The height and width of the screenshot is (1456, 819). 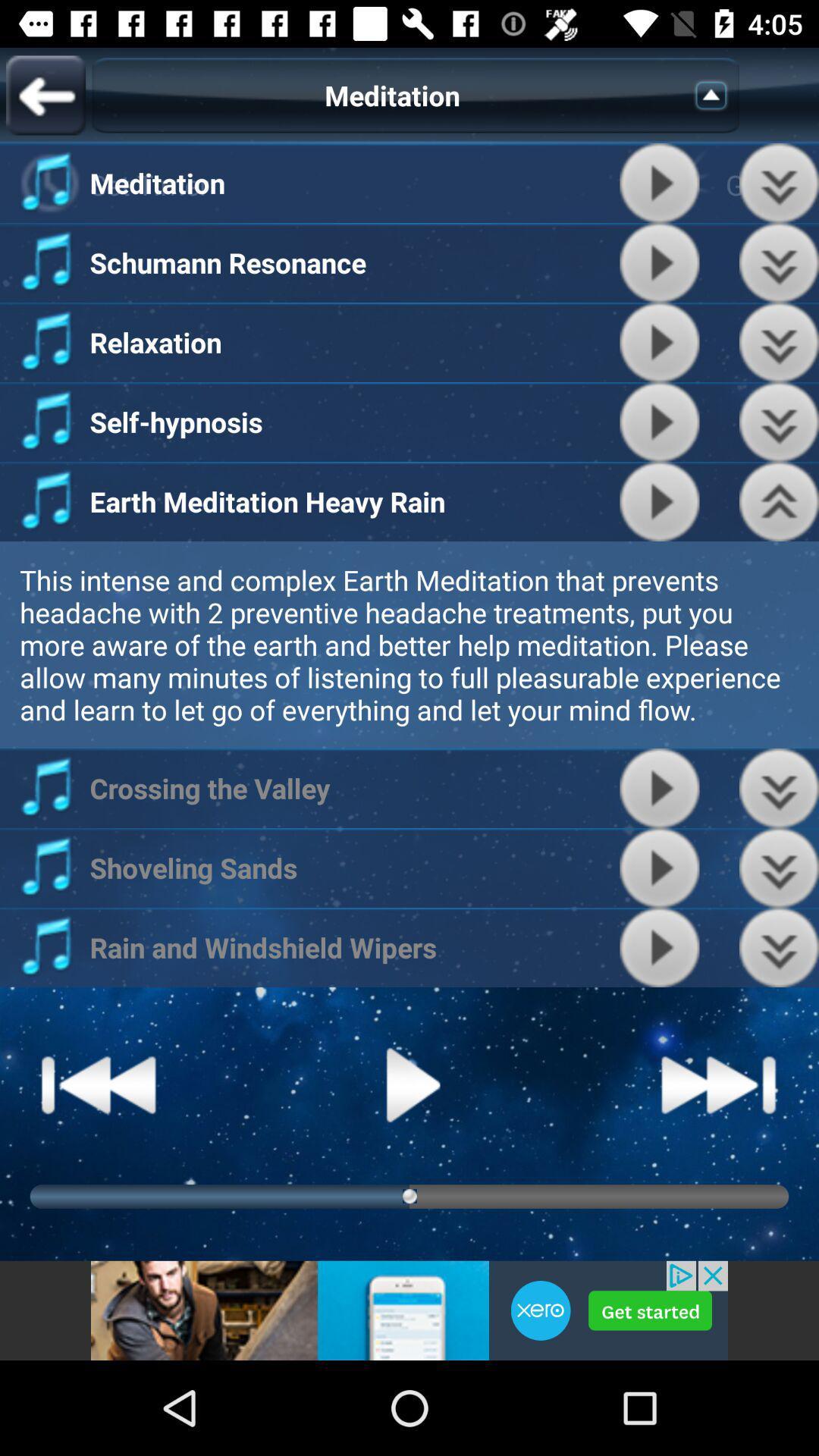 What do you see at coordinates (409, 1084) in the screenshot?
I see `play` at bounding box center [409, 1084].